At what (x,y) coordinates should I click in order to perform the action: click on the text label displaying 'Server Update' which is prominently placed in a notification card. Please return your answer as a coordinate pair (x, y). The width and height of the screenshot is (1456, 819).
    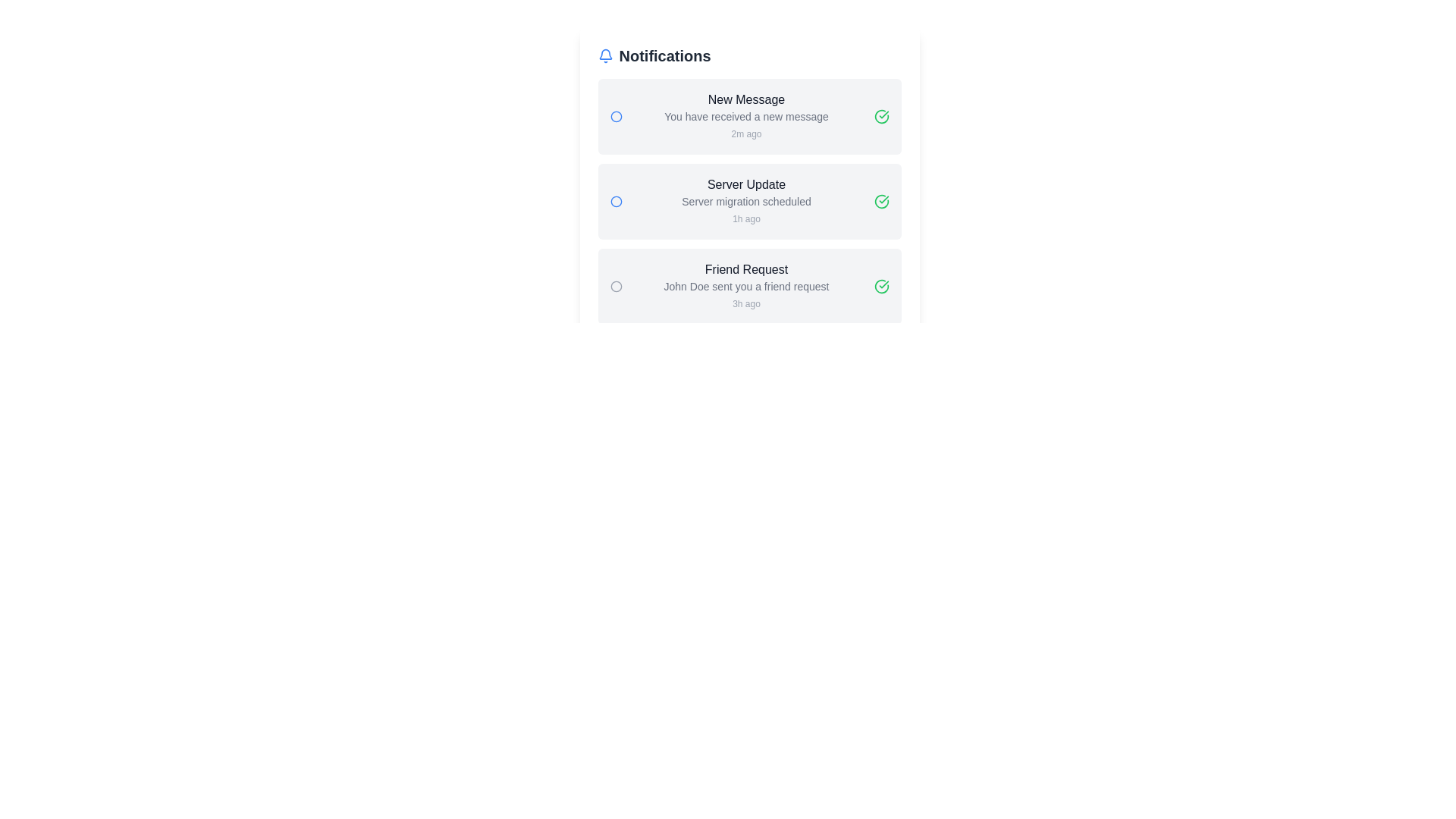
    Looking at the image, I should click on (746, 184).